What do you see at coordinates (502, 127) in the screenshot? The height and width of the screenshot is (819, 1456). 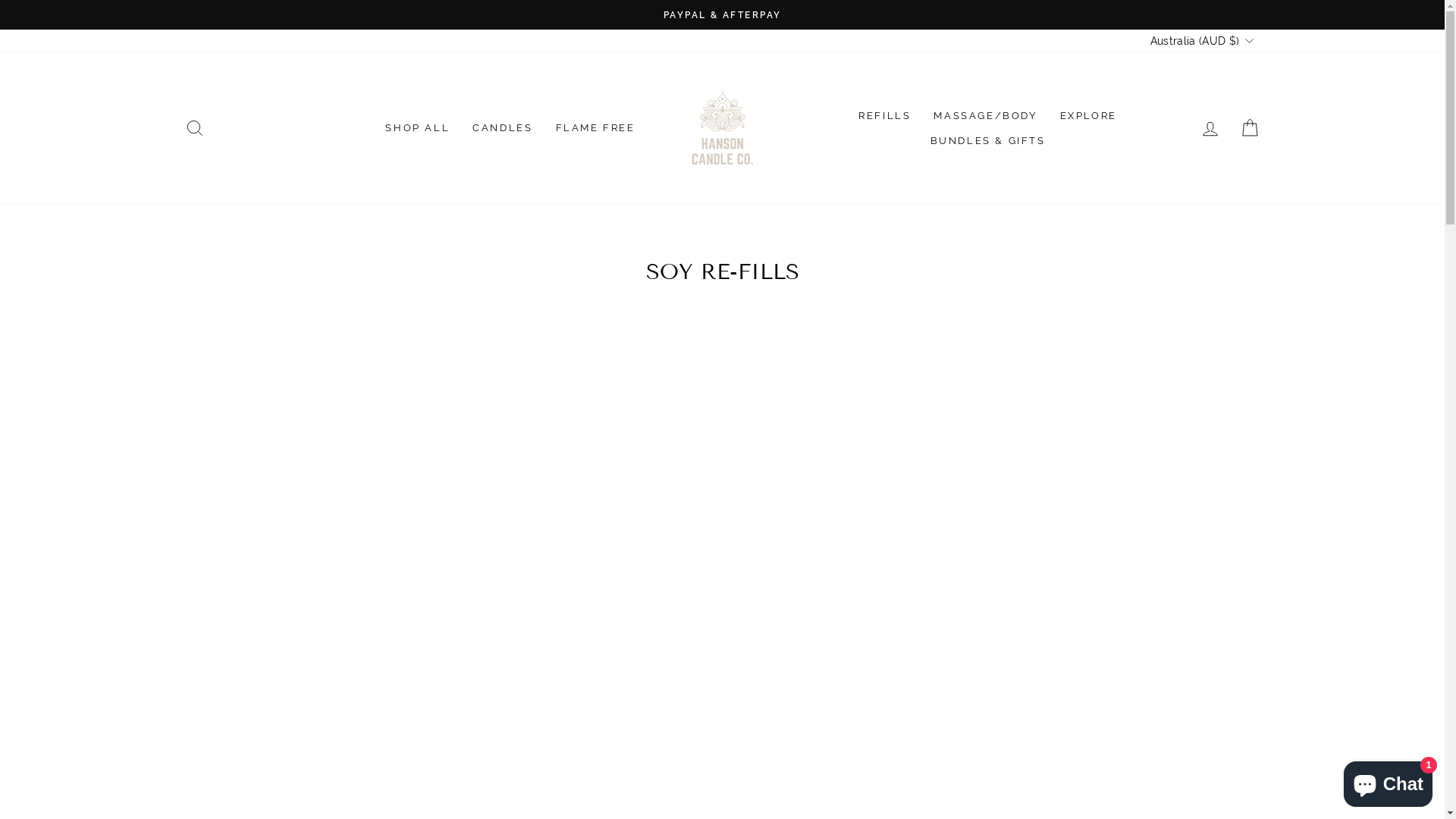 I see `'CANDLES'` at bounding box center [502, 127].